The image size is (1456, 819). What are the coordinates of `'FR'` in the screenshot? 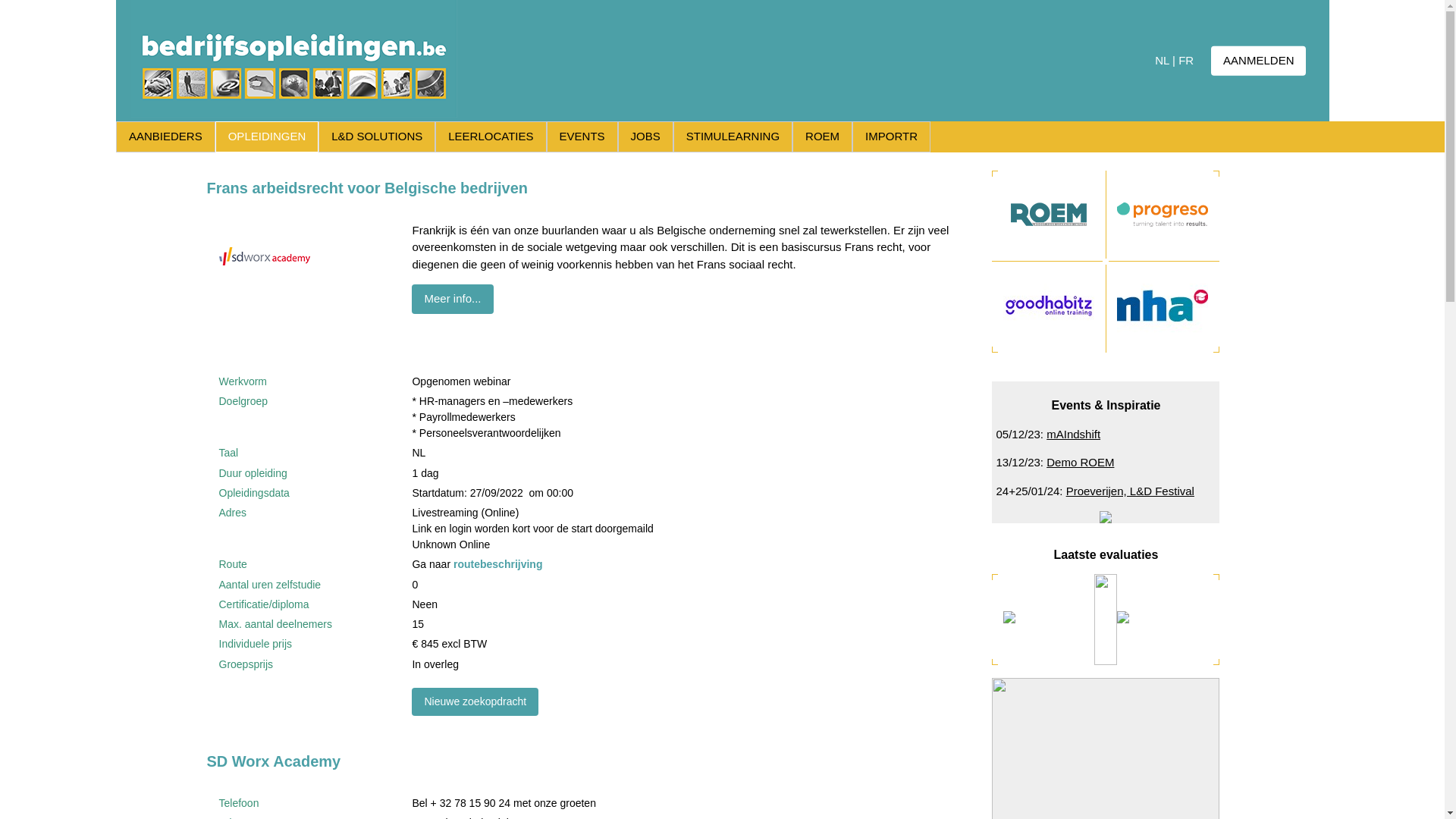 It's located at (1185, 59).